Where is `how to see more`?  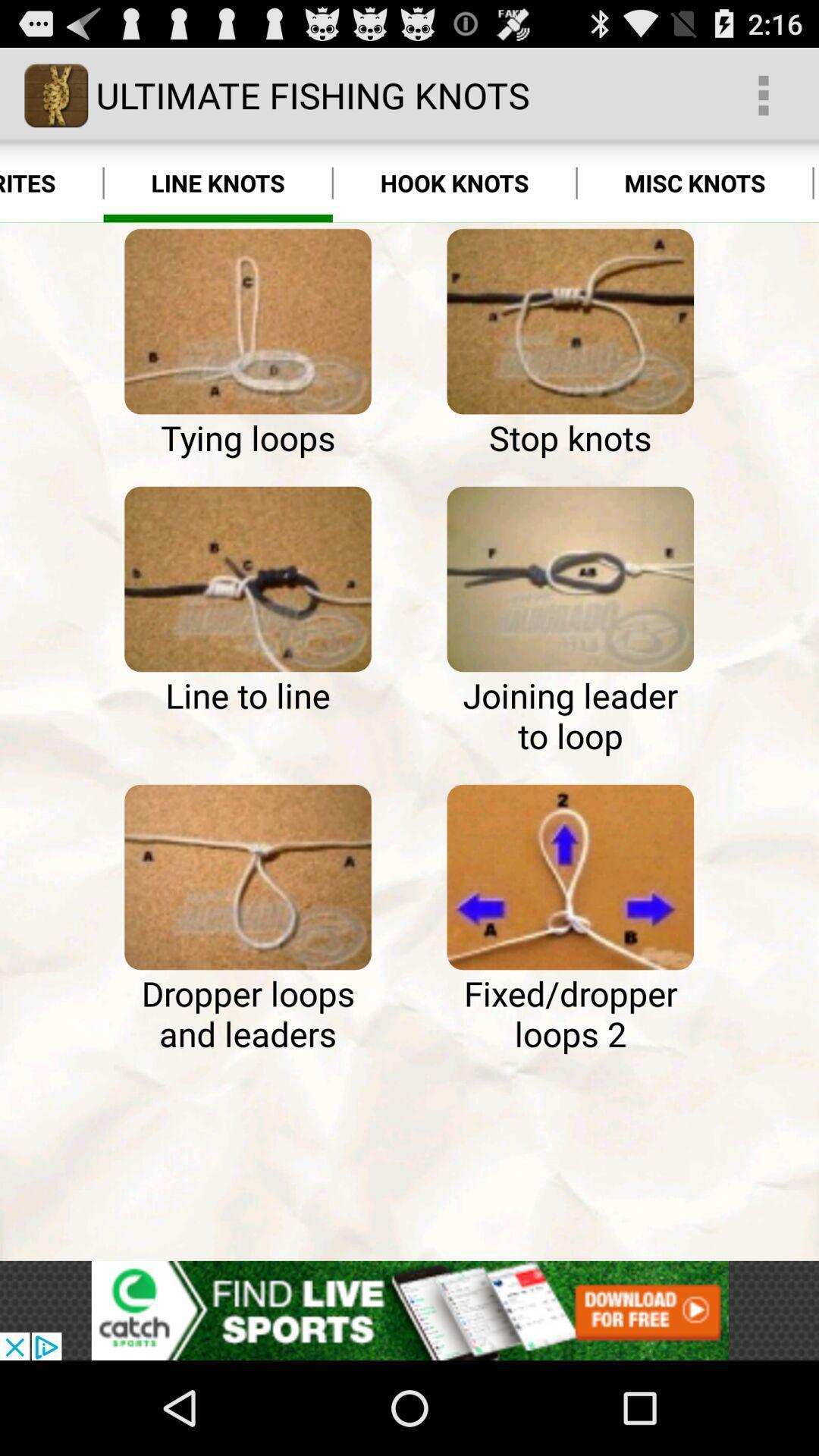 how to see more is located at coordinates (247, 578).